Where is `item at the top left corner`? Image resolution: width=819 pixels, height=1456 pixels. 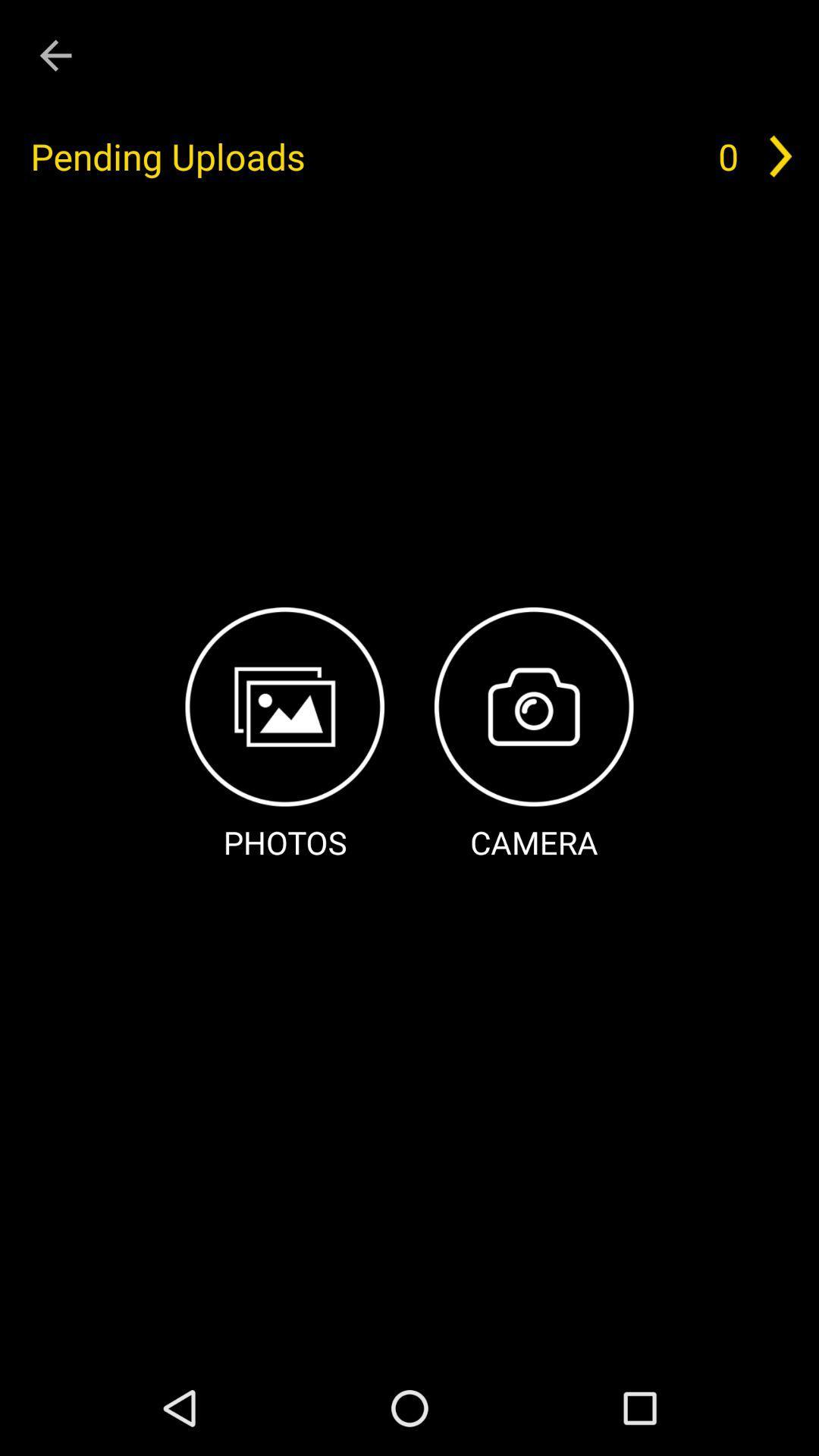 item at the top left corner is located at coordinates (55, 55).